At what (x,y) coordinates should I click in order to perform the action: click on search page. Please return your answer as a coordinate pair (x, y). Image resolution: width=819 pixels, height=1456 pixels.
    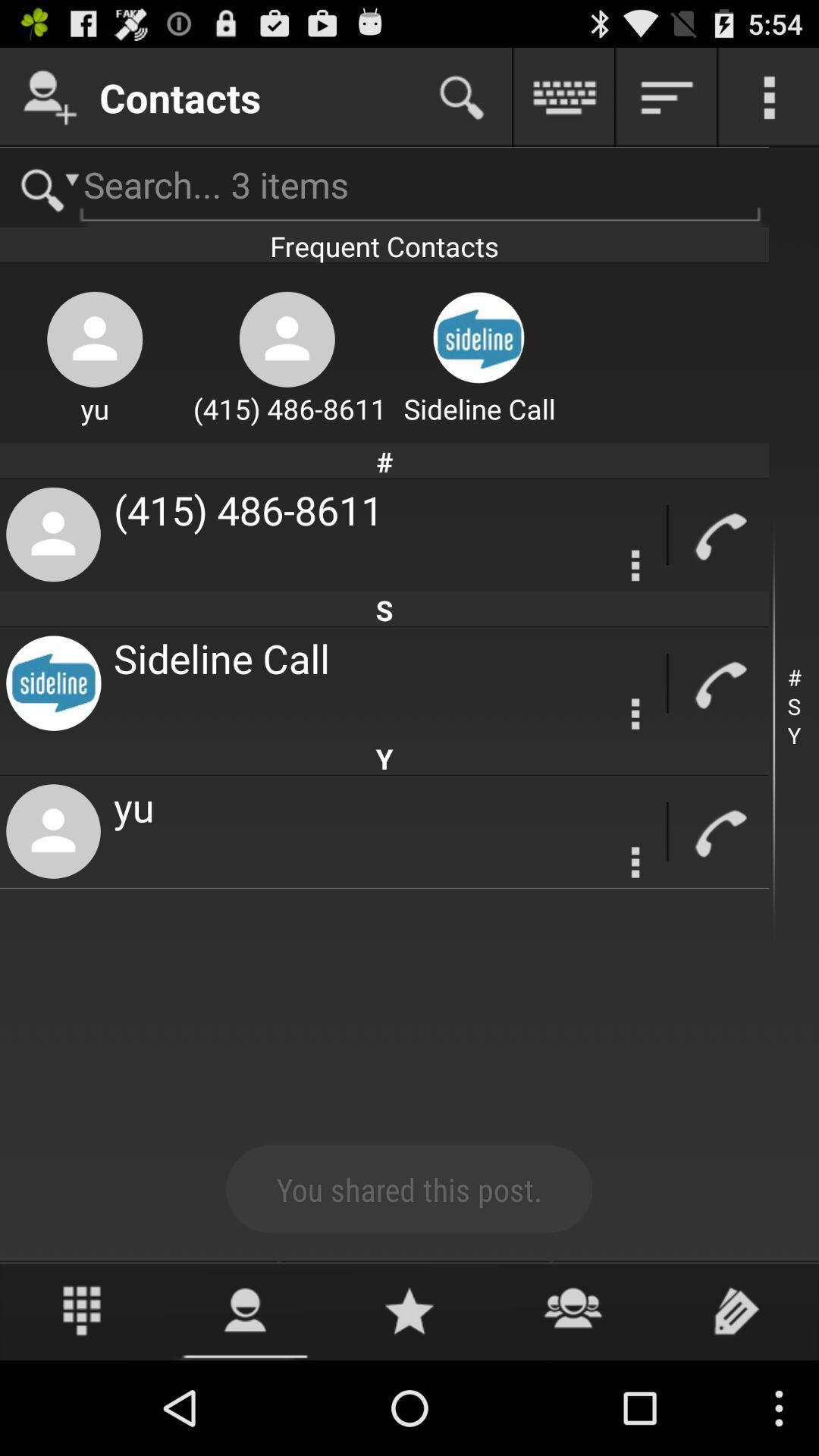
    Looking at the image, I should click on (42, 187).